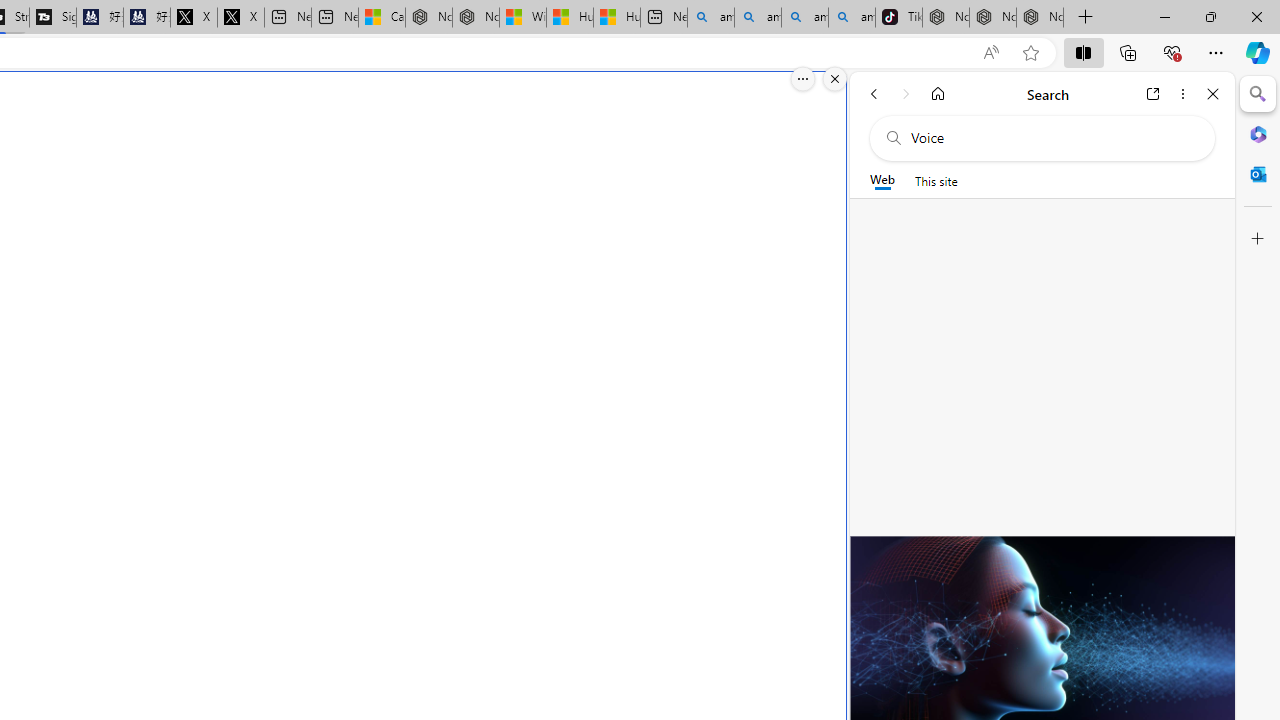  Describe the element at coordinates (905, 93) in the screenshot. I see `'Forward'` at that location.